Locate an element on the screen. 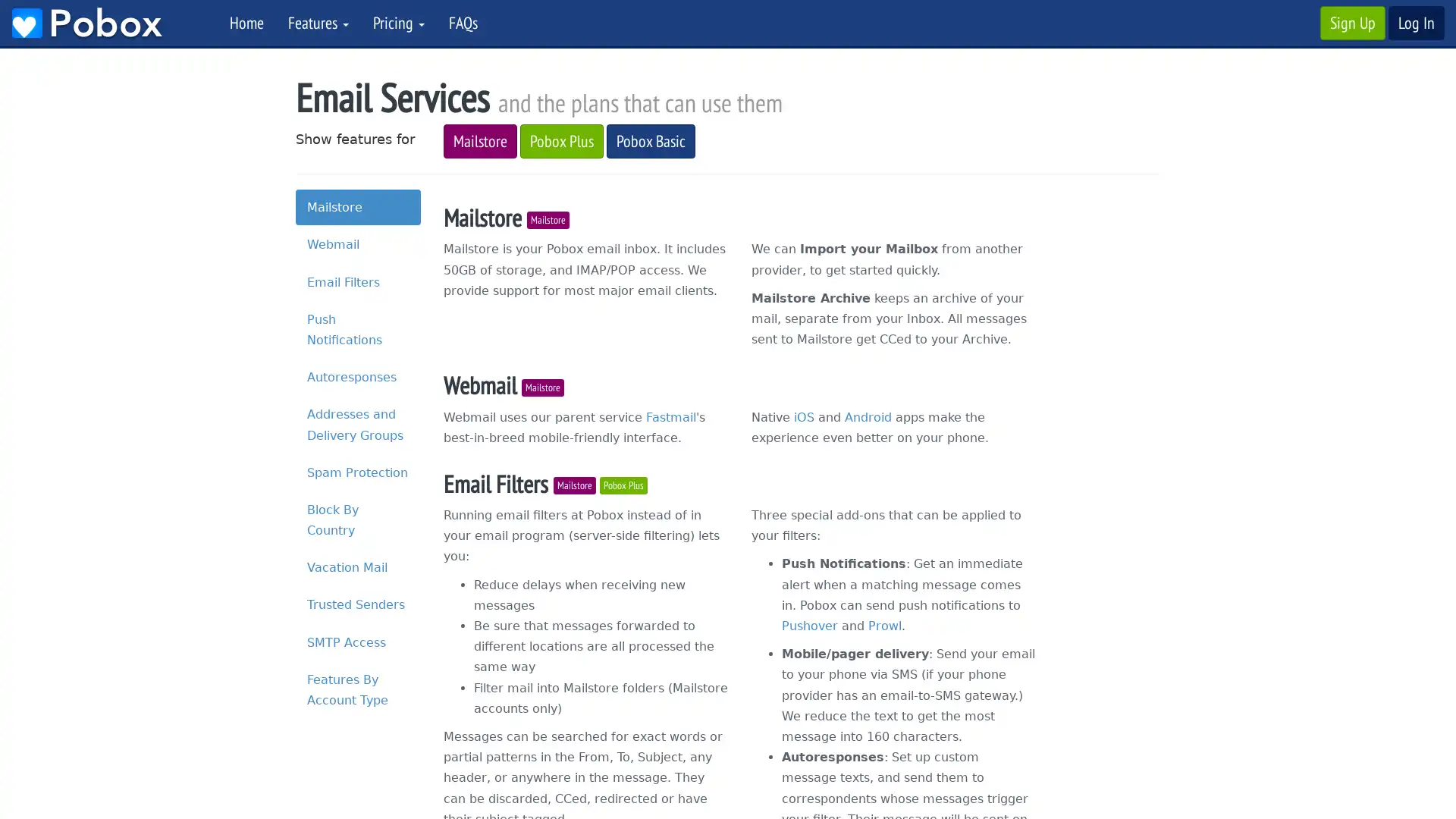 This screenshot has height=819, width=1456. Mailstore is located at coordinates (479, 140).